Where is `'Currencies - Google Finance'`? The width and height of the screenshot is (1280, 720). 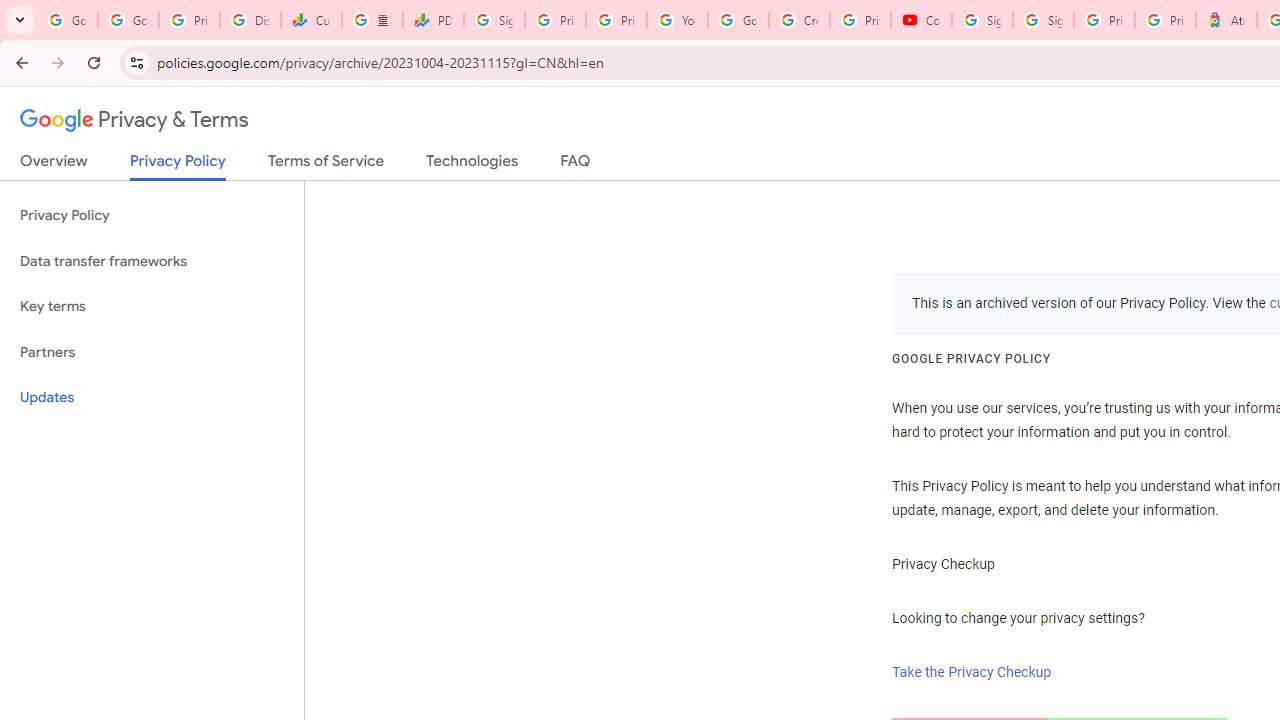
'Currencies - Google Finance' is located at coordinates (310, 20).